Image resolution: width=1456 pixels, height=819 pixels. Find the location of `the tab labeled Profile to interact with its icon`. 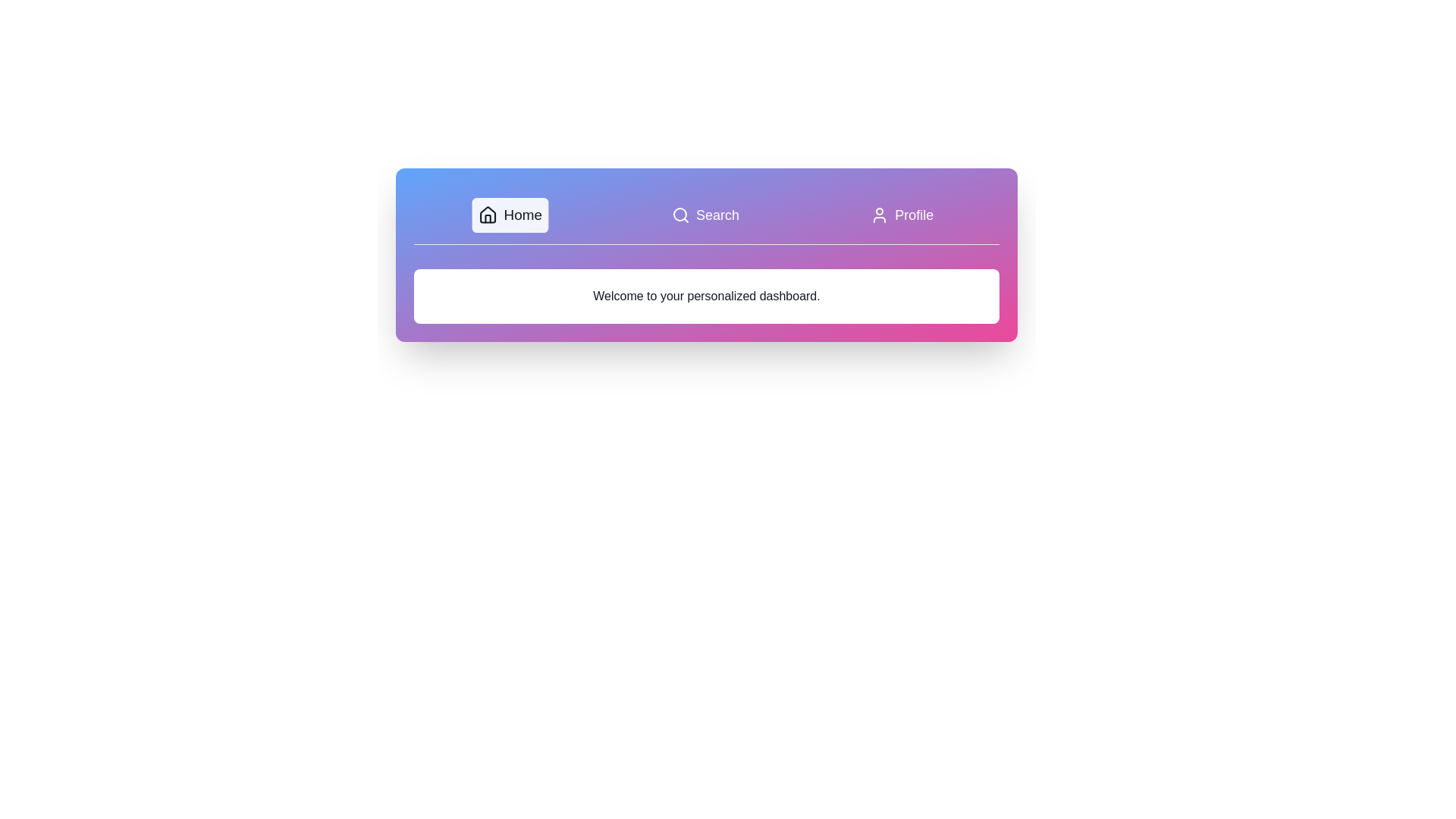

the tab labeled Profile to interact with its icon is located at coordinates (902, 215).